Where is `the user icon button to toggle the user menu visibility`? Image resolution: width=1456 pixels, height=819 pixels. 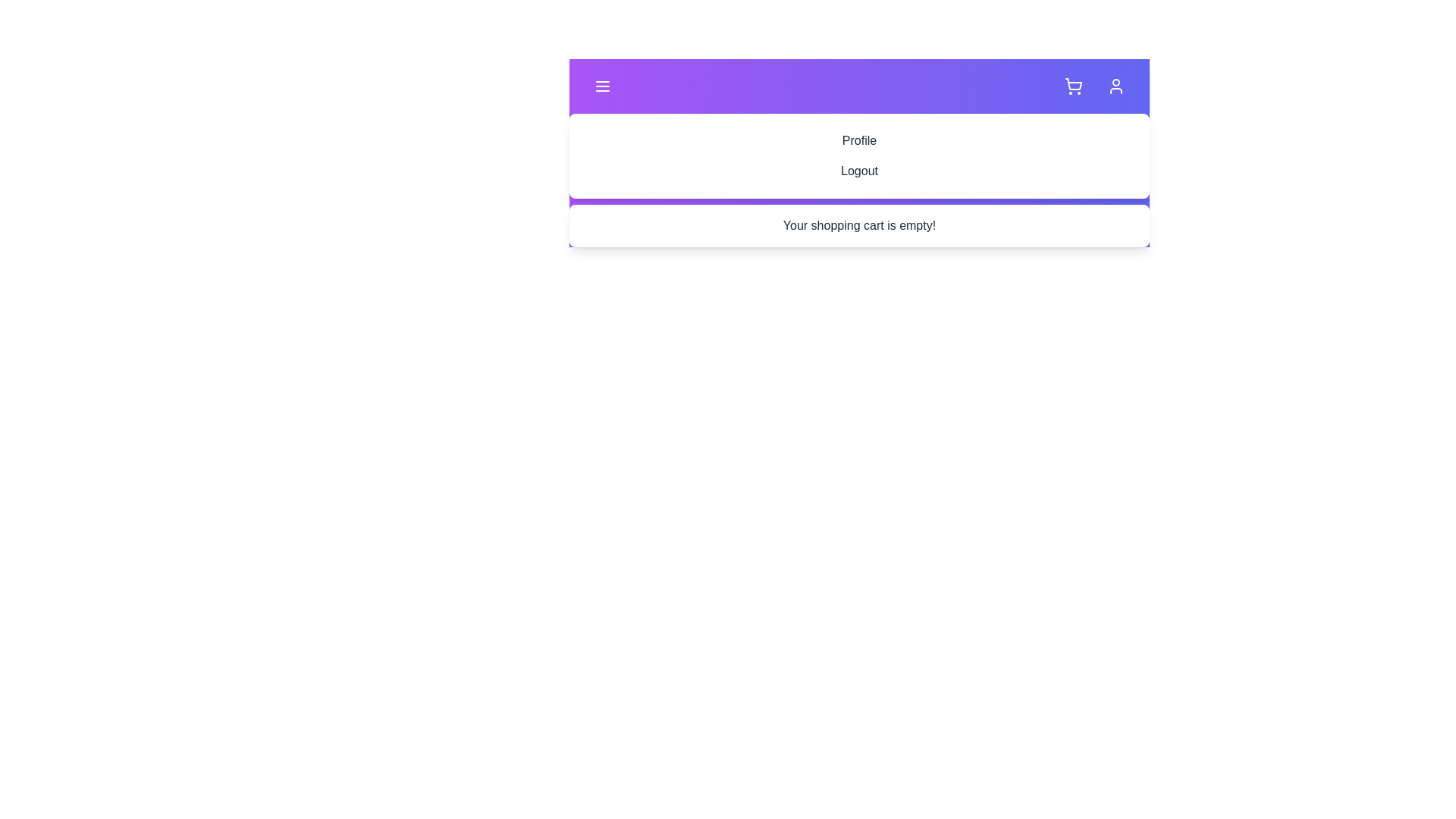 the user icon button to toggle the user menu visibility is located at coordinates (1116, 86).